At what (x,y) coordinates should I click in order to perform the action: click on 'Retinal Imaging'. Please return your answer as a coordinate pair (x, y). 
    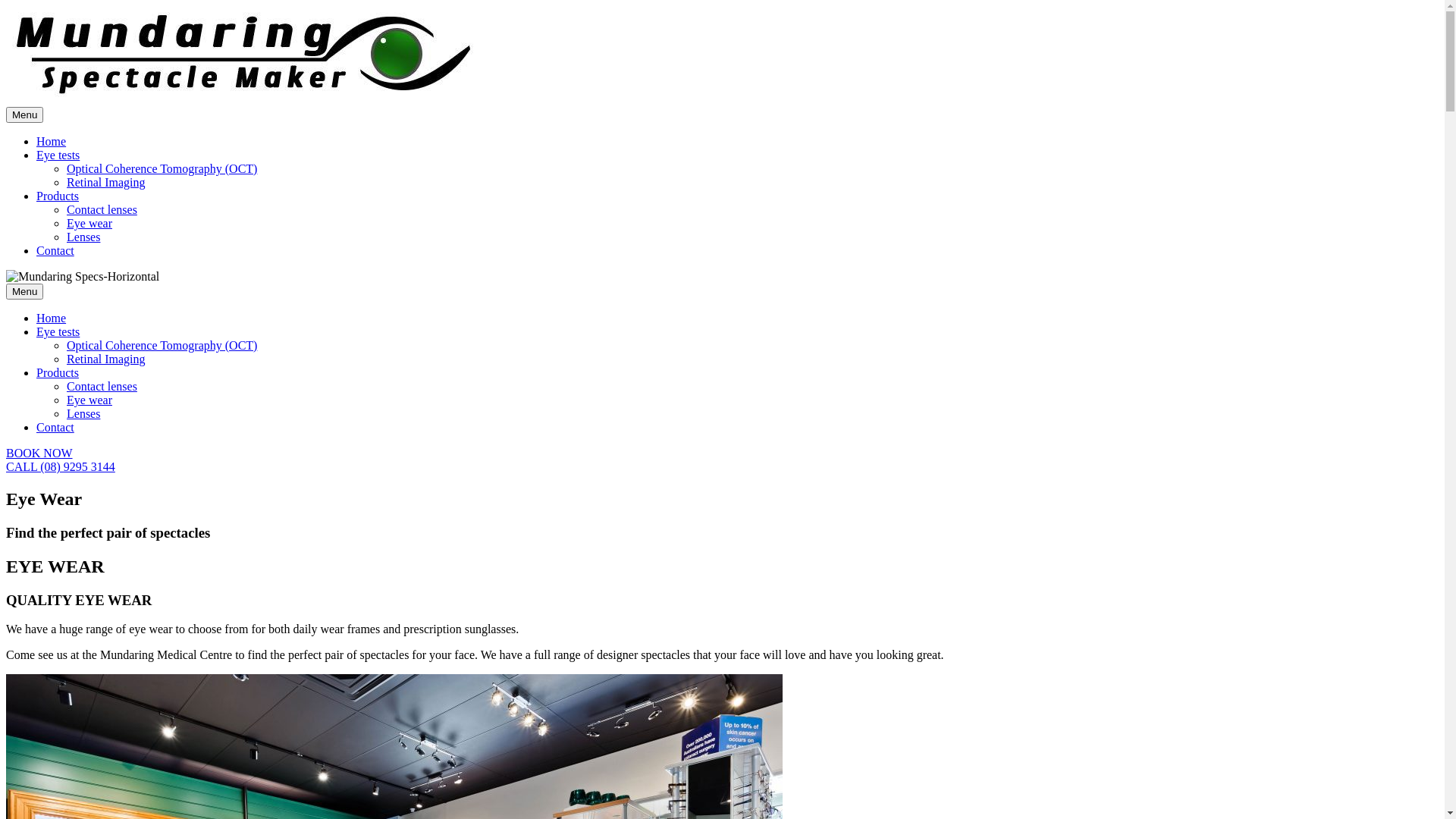
    Looking at the image, I should click on (105, 359).